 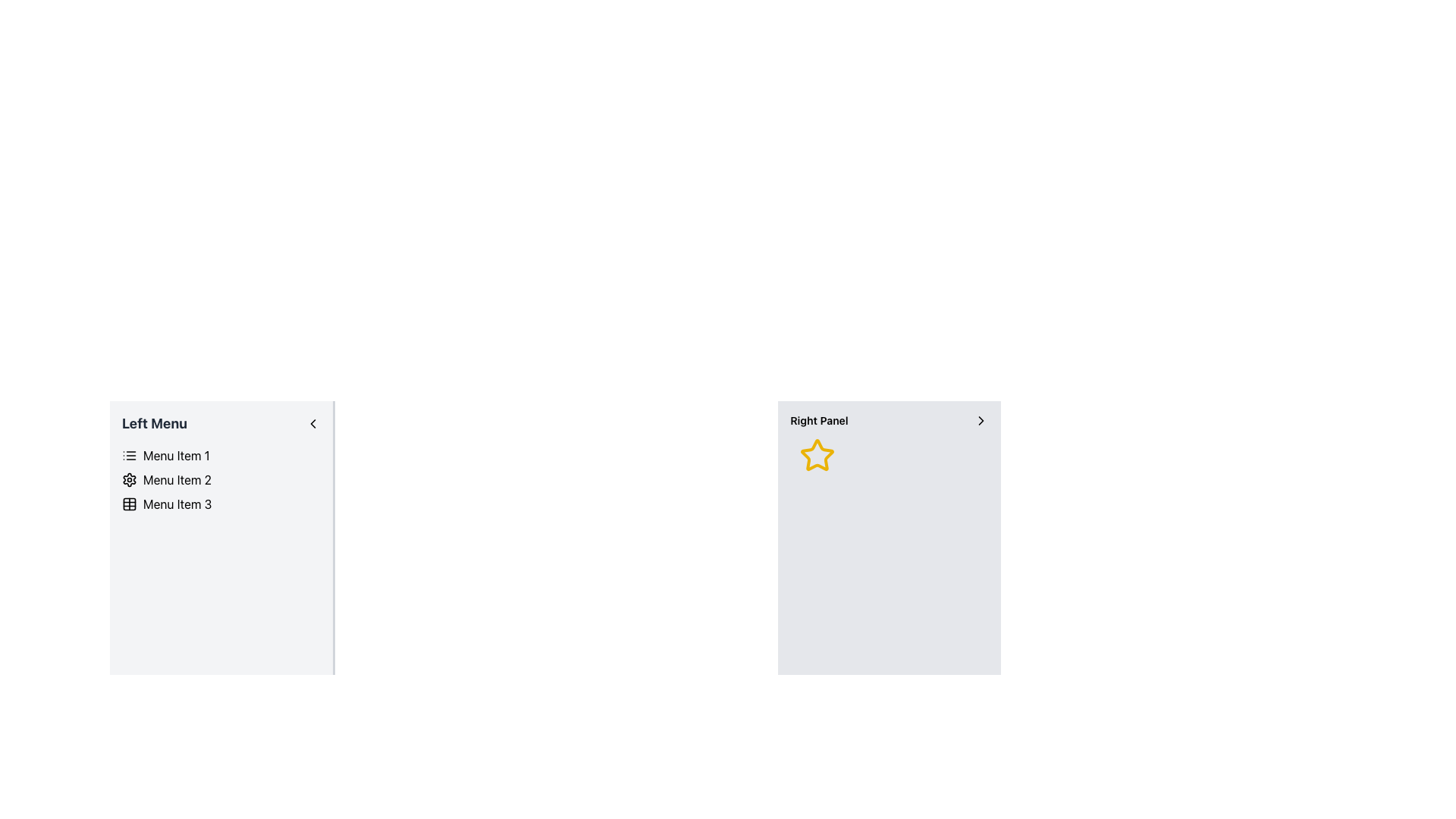 What do you see at coordinates (312, 424) in the screenshot?
I see `the left-pointing arrow SVG icon located at the top right of the 'Left Menu' panel, which is designed for navigation or interaction` at bounding box center [312, 424].